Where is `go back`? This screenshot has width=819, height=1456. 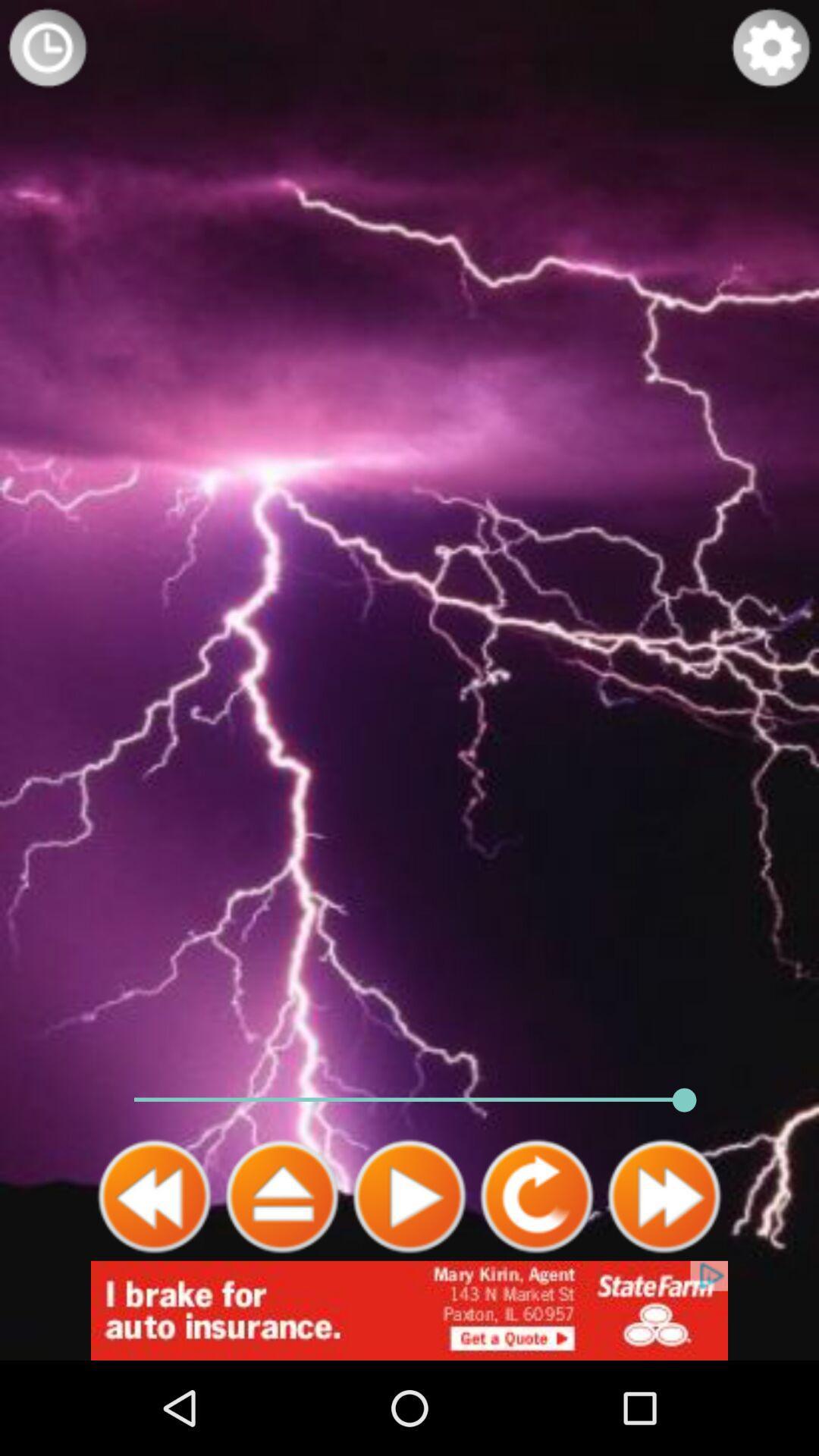
go back is located at coordinates (155, 1196).